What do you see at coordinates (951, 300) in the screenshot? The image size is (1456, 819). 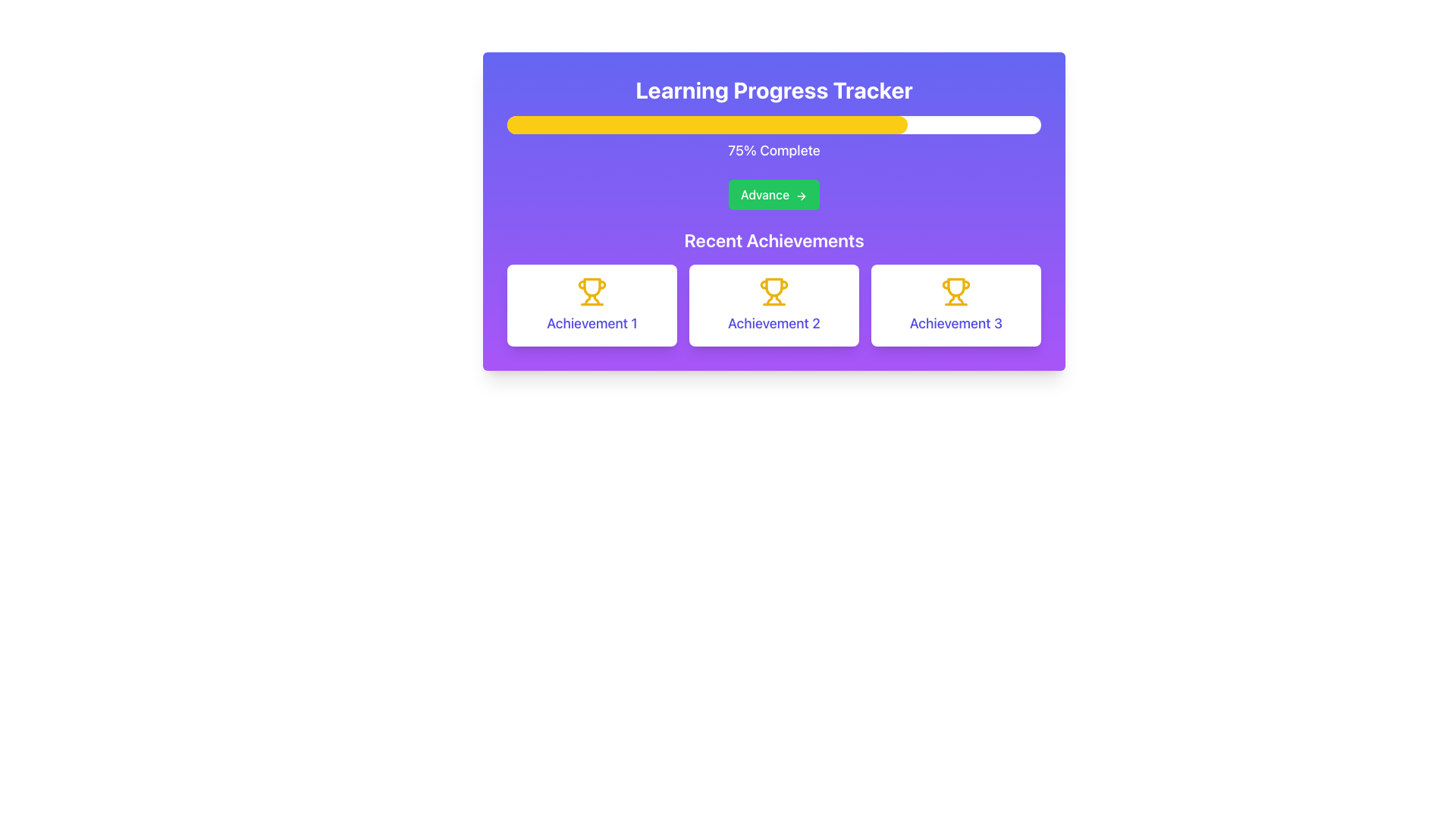 I see `the achievement trophy icon located in the third card labeled 'Achievement 3', which is positioned on the rightmost side of a row of three cards` at bounding box center [951, 300].